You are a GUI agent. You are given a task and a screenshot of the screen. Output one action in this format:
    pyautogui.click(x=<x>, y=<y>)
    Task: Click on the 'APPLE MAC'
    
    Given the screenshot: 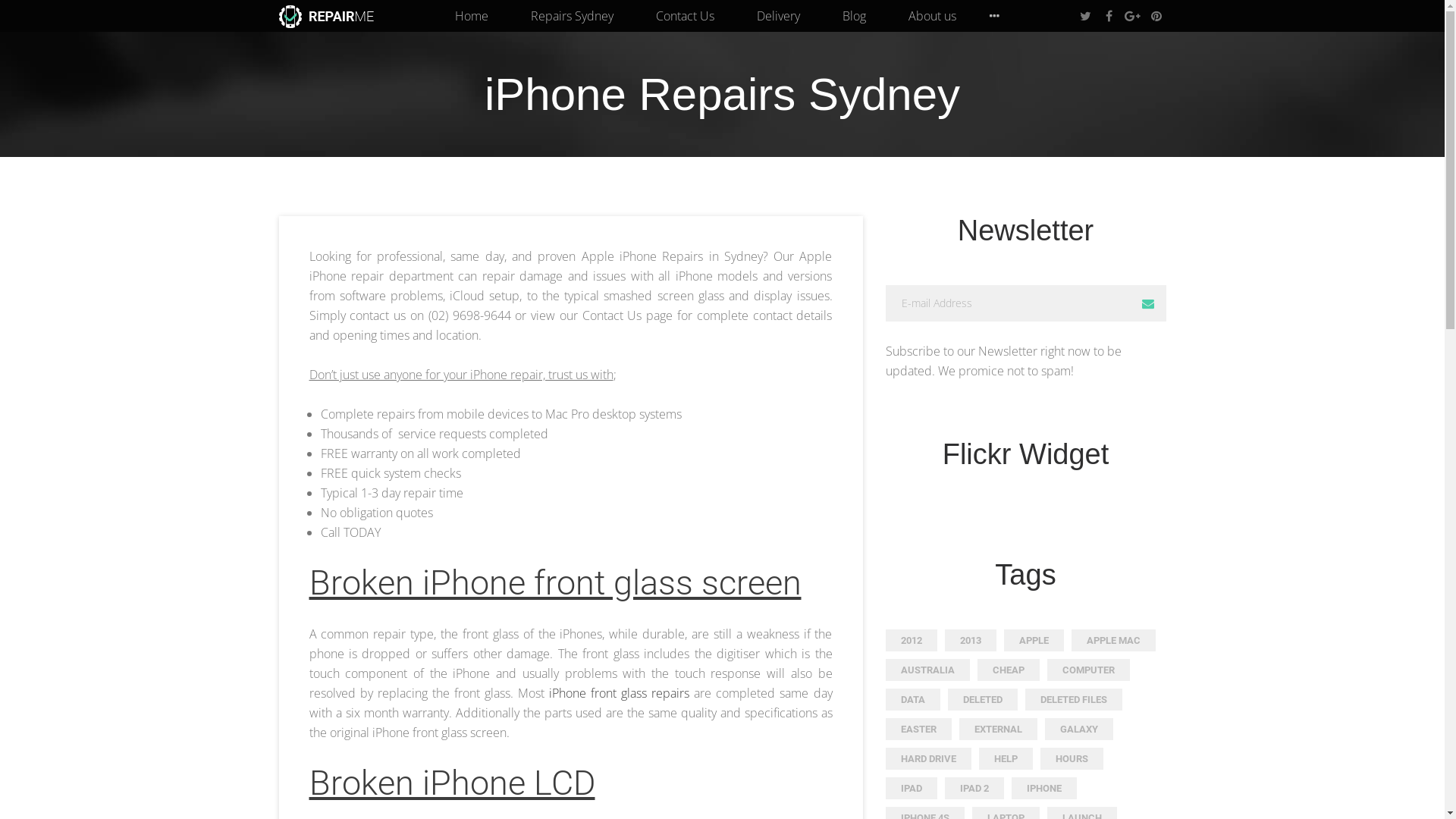 What is the action you would take?
    pyautogui.click(x=1112, y=640)
    